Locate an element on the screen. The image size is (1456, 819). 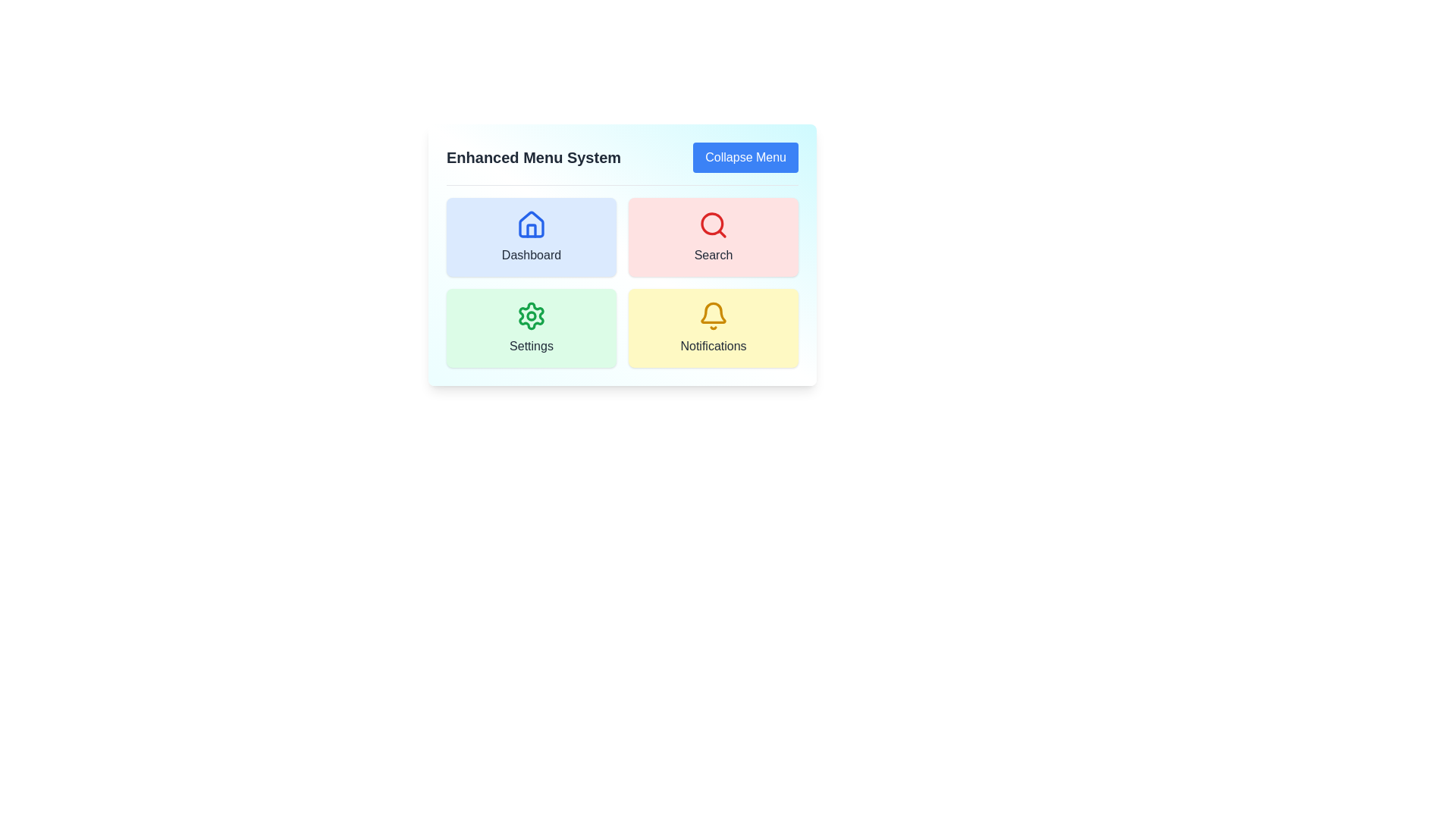
the navigation button located at the top-left of the grid layout to observe the tooltip or styling change is located at coordinates (531, 237).